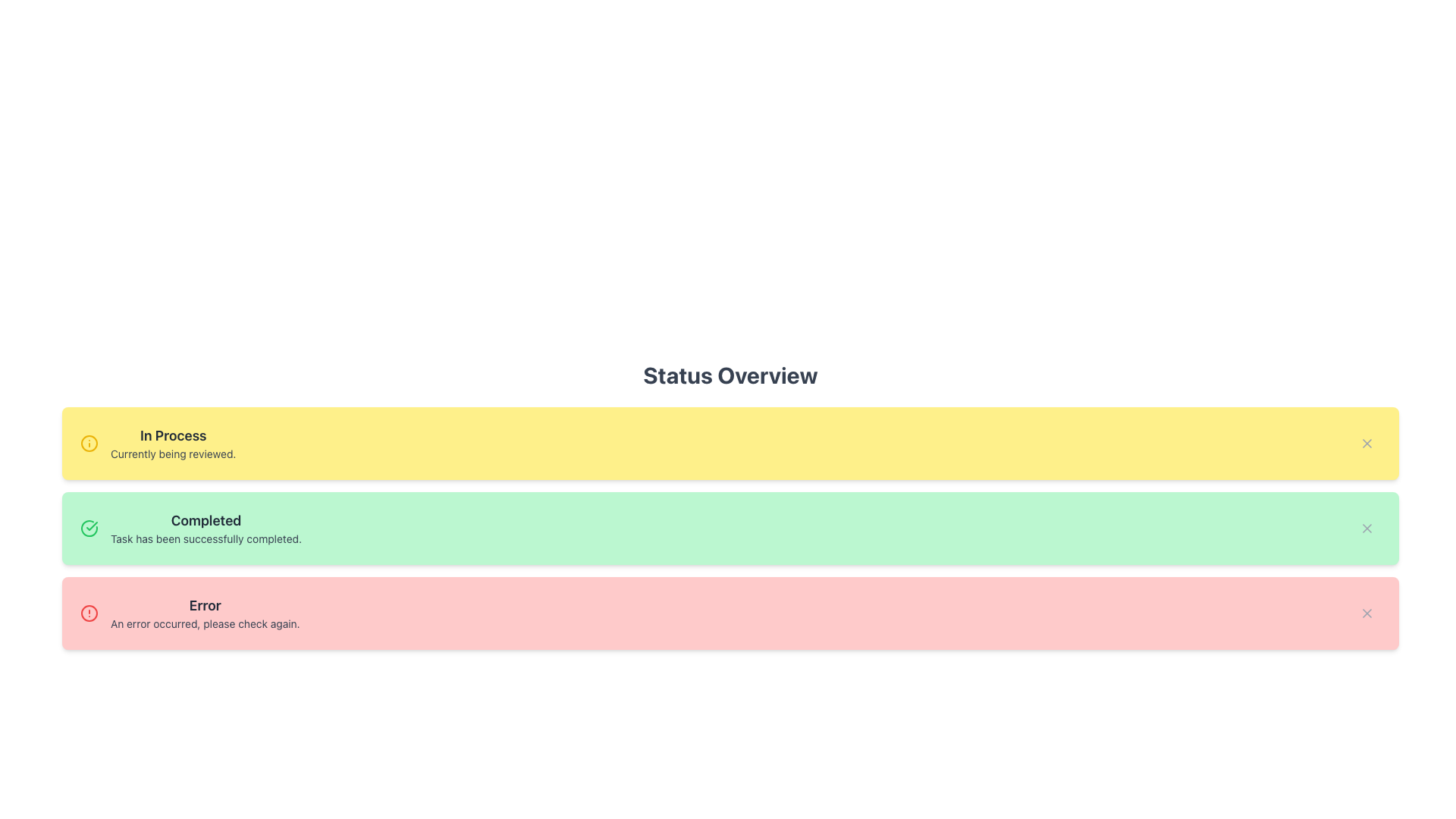 The width and height of the screenshot is (1456, 819). I want to click on the related information section associated with the 'Error' message block, which displays a bold 'Error' heading and an alert icon in red, so click(189, 613).